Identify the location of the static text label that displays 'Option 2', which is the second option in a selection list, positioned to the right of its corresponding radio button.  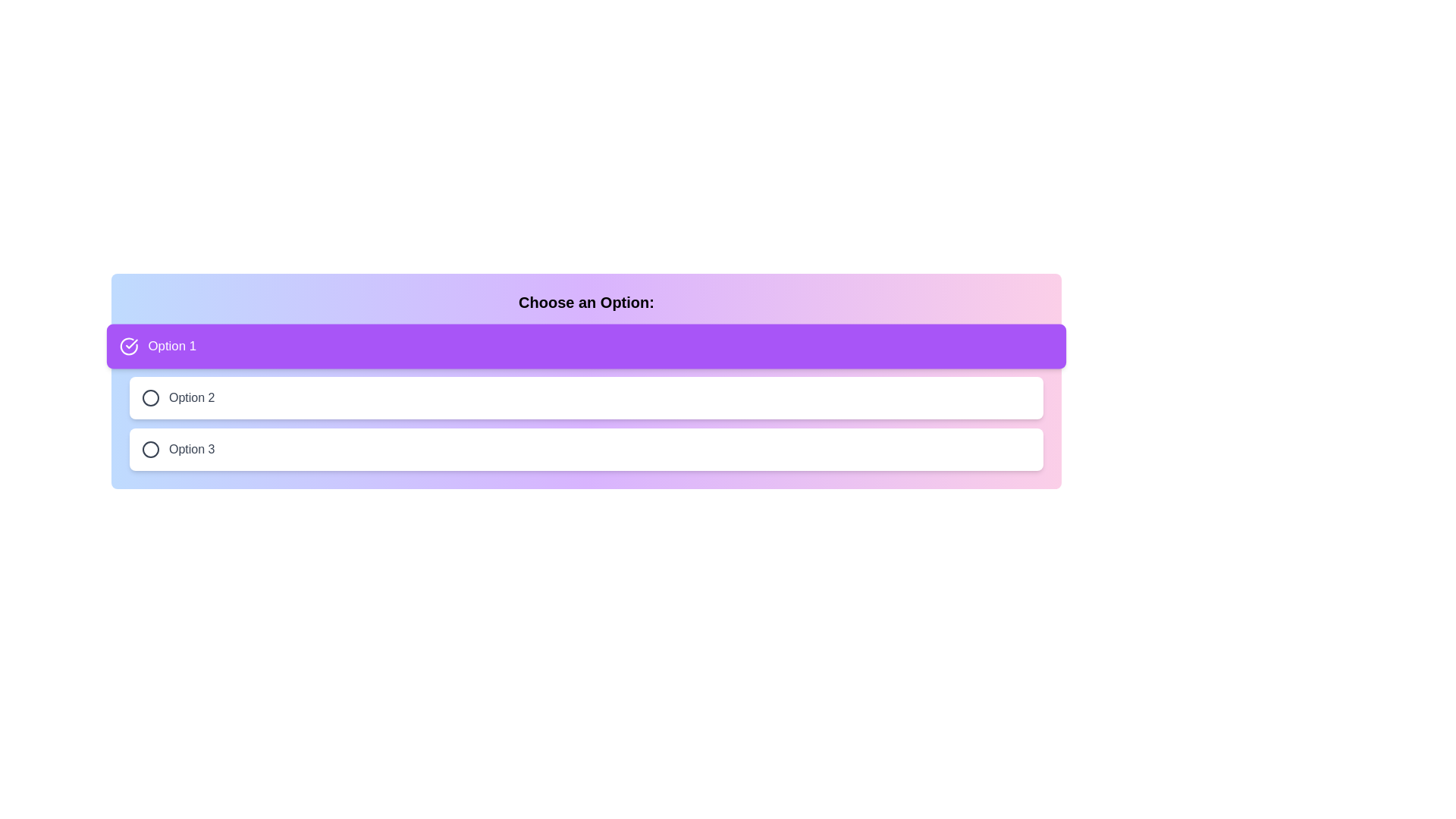
(191, 397).